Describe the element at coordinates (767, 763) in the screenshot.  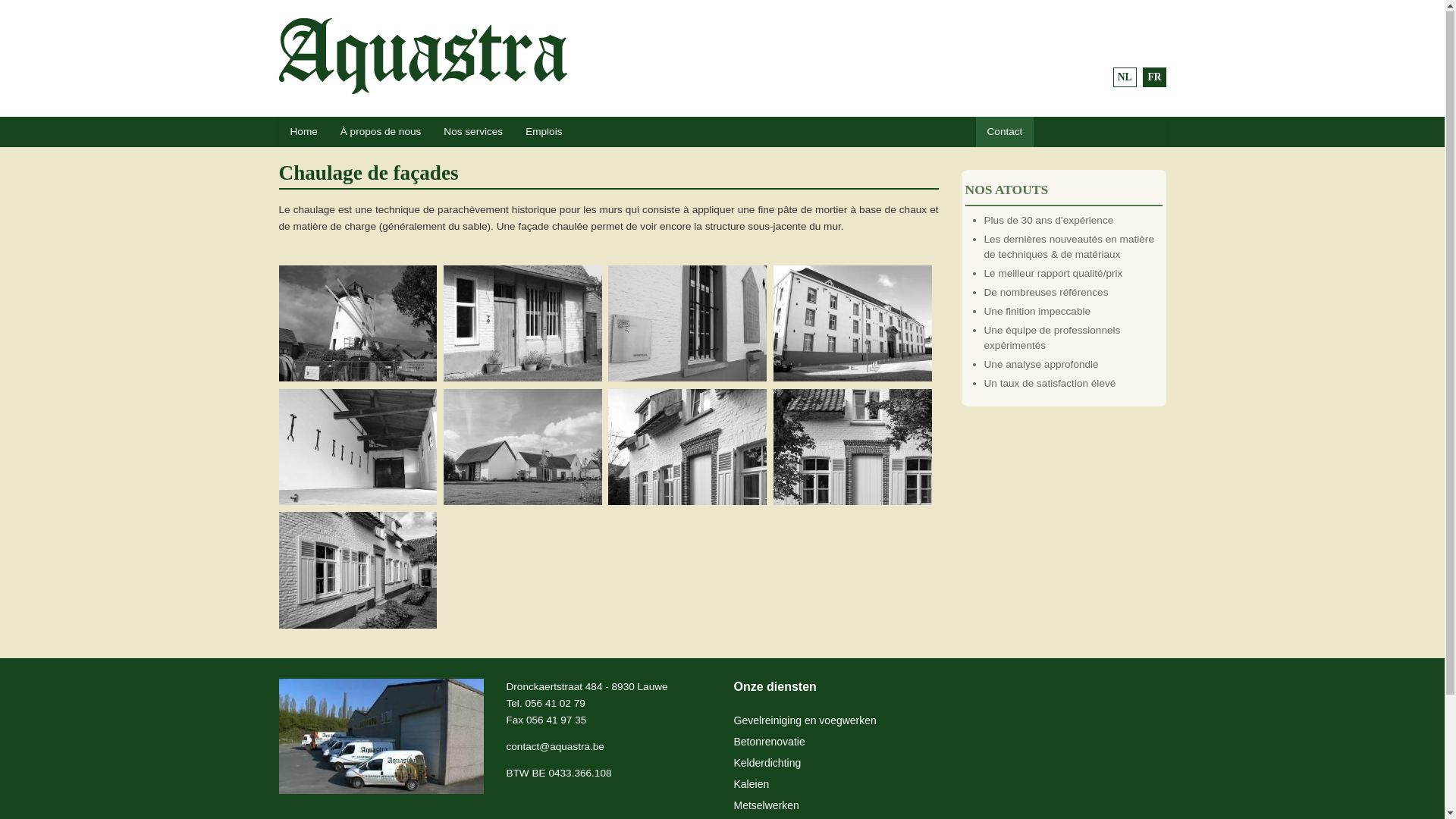
I see `'Kelderdichting'` at that location.